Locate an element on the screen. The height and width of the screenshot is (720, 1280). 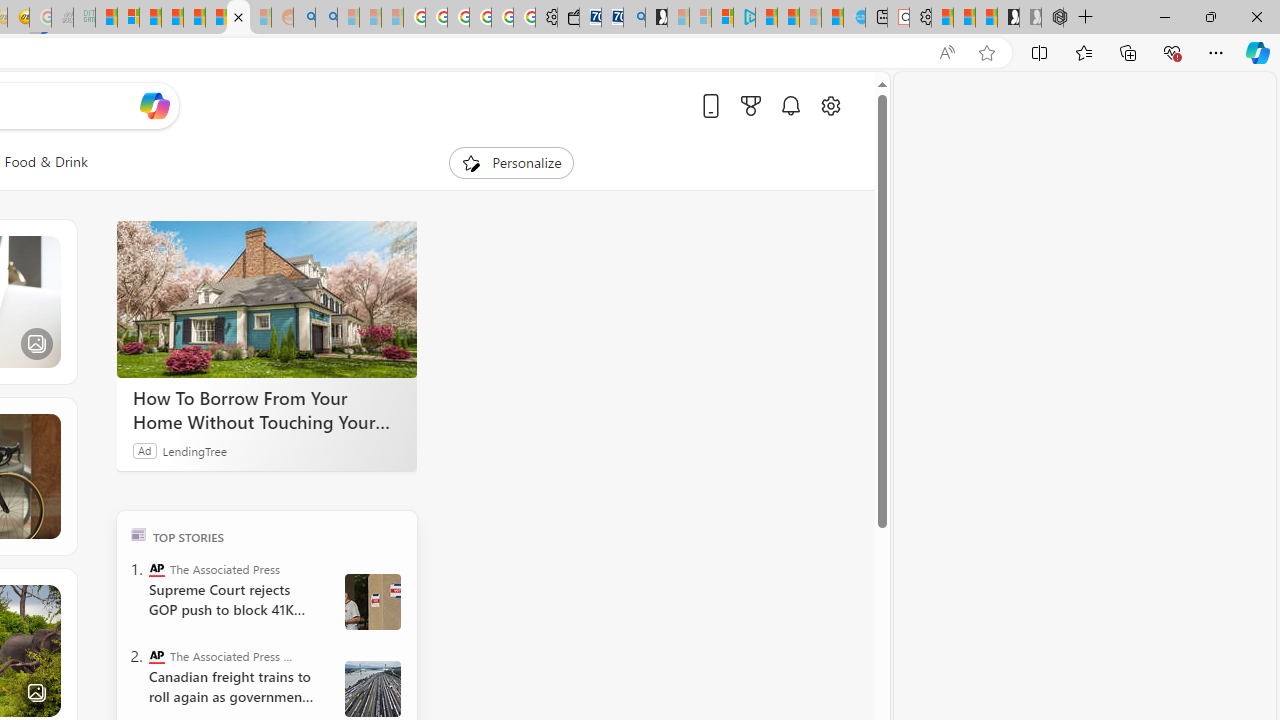
'TOP' is located at coordinates (137, 533).